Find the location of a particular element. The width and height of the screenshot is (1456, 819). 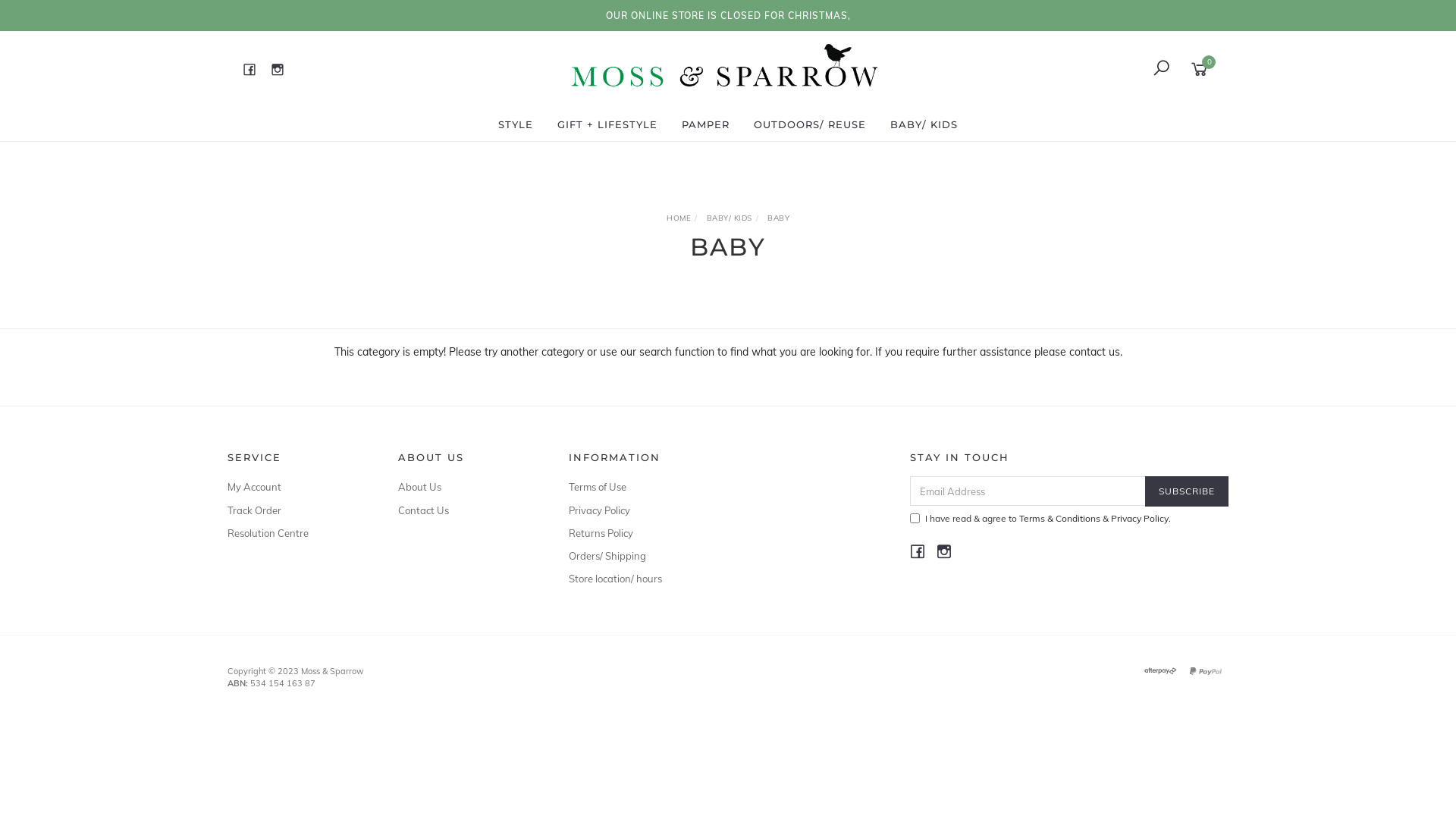

'PAMPER' is located at coordinates (673, 124).